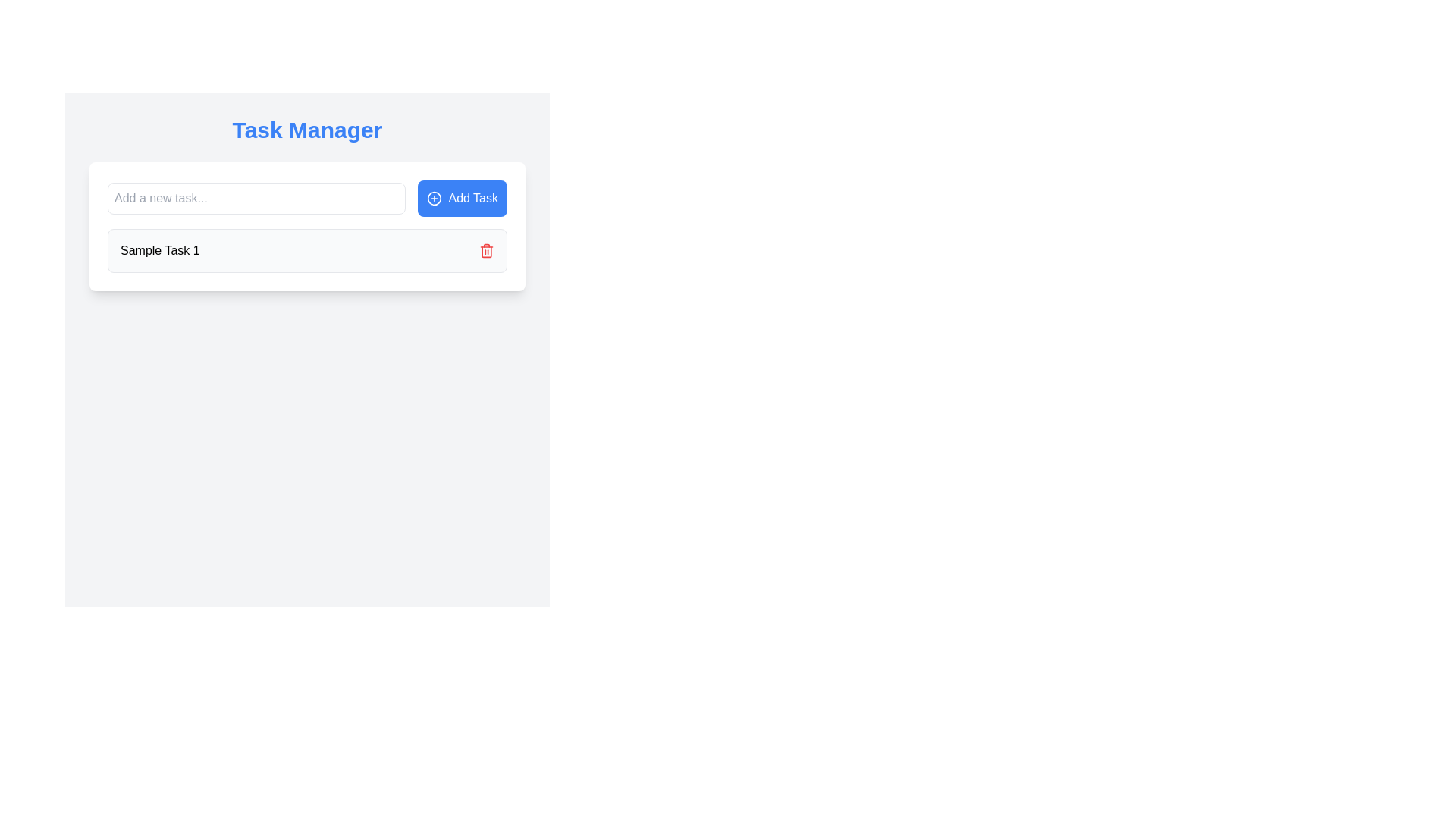 This screenshot has width=1456, height=819. I want to click on the 'Task Manager' text header, which is displayed prominently in a large, bold, blue font, centered at the top of the interface, so click(306, 130).